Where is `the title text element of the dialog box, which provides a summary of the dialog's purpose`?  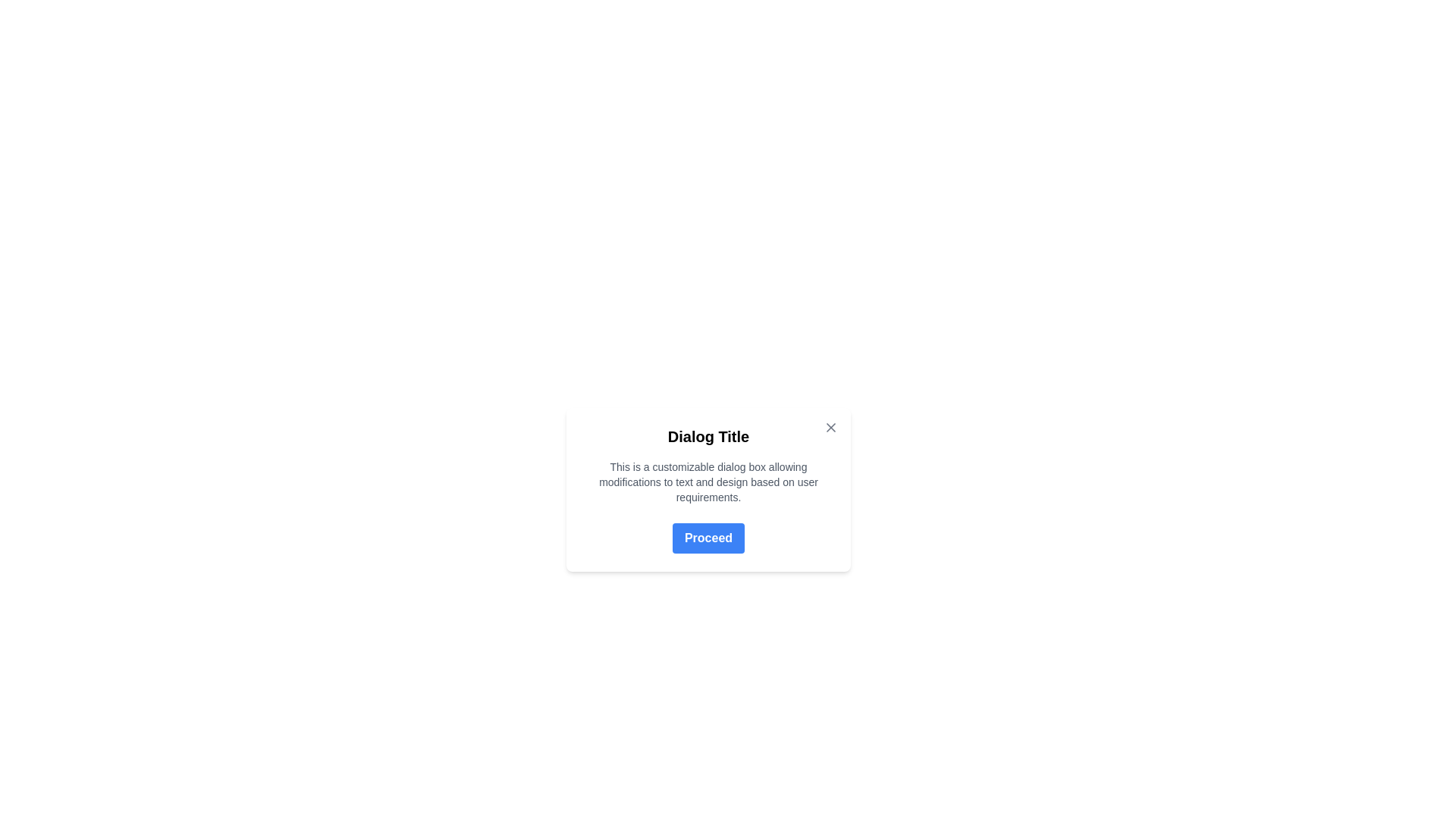
the title text element of the dialog box, which provides a summary of the dialog's purpose is located at coordinates (708, 436).